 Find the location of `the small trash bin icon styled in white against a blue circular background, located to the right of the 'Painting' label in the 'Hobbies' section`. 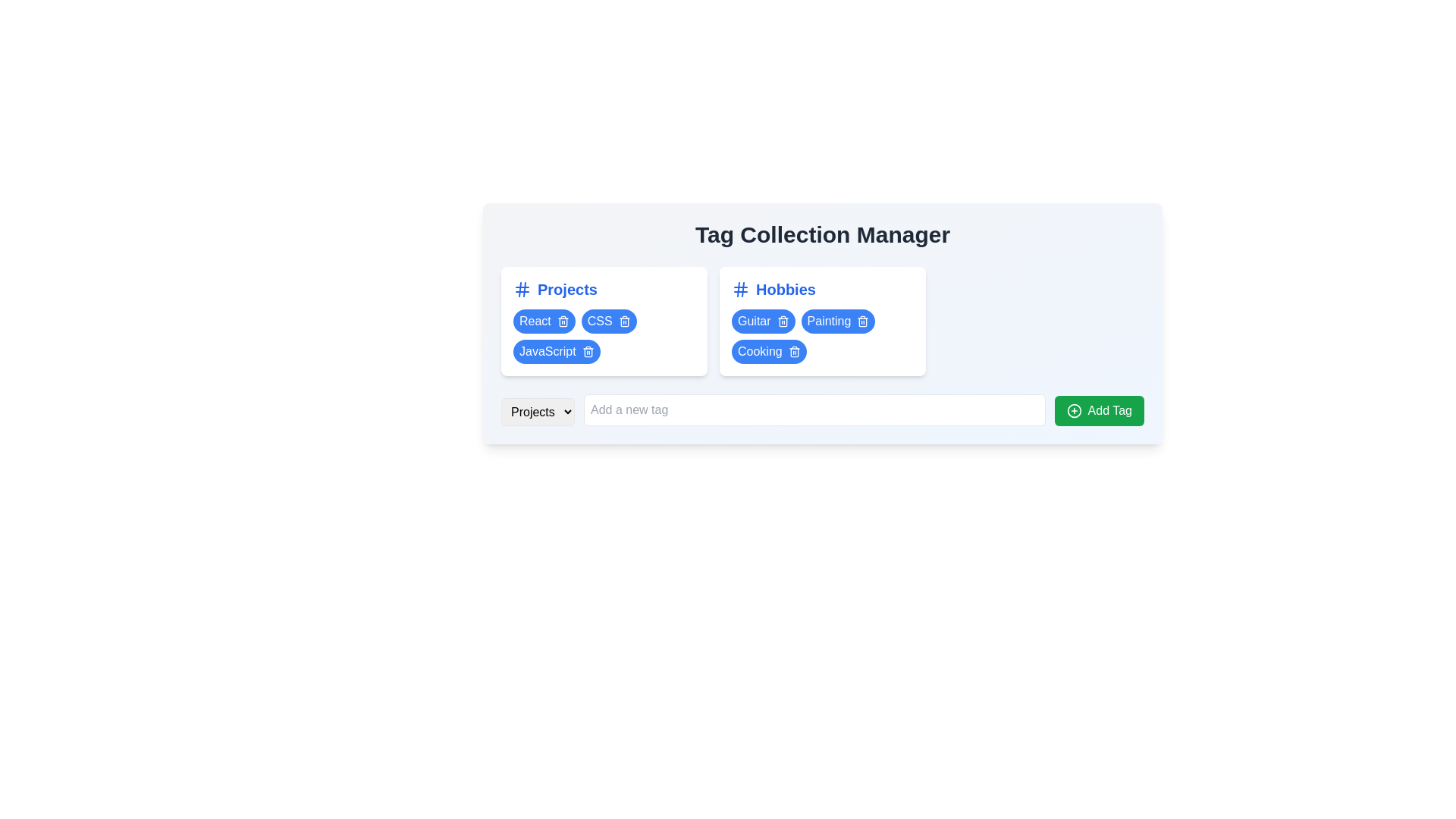

the small trash bin icon styled in white against a blue circular background, located to the right of the 'Painting' label in the 'Hobbies' section is located at coordinates (863, 321).